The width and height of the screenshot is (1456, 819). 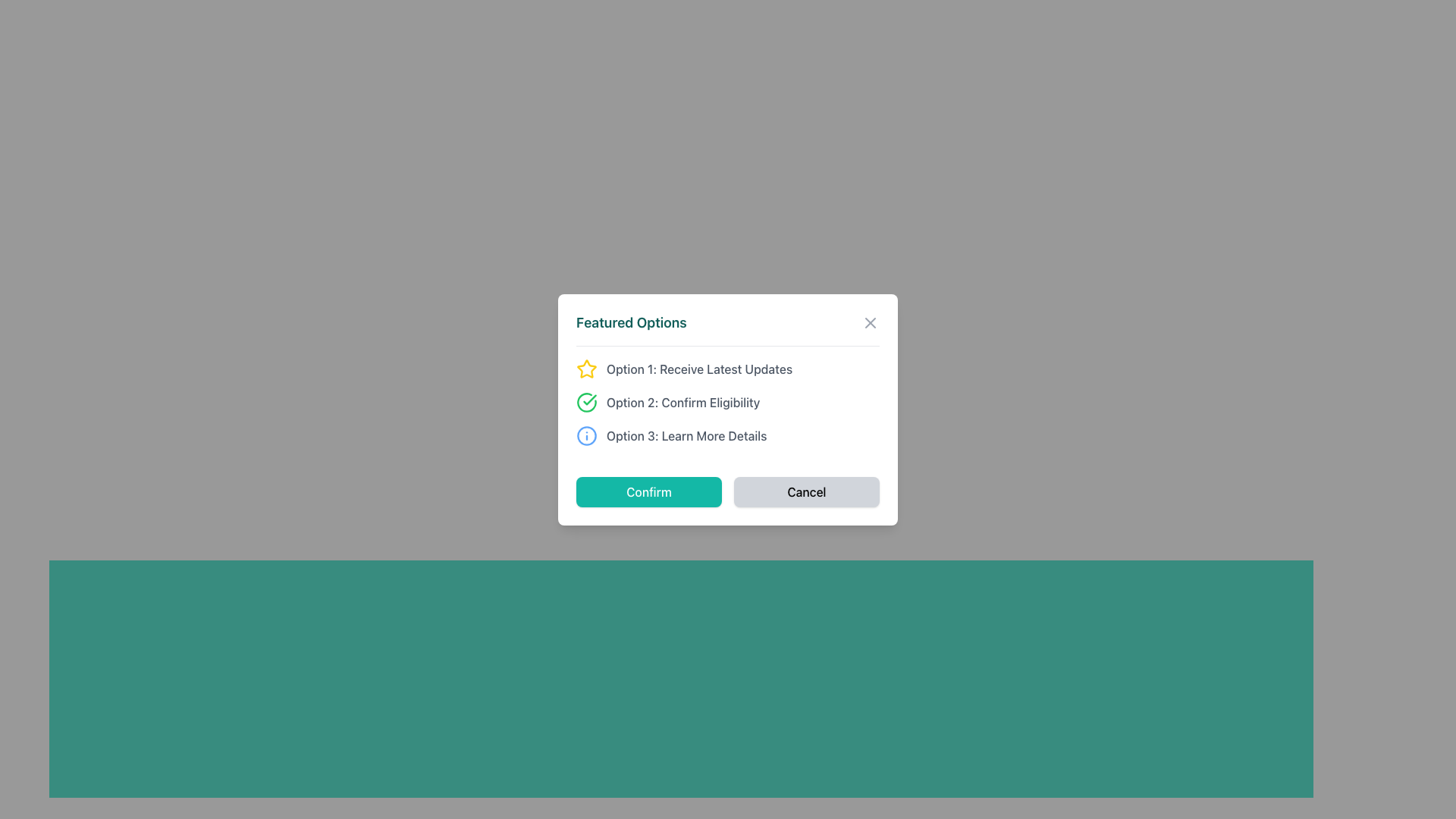 What do you see at coordinates (648, 491) in the screenshot?
I see `the confirmation button located on the left side of the modal dialog to confirm the user's current selection or action` at bounding box center [648, 491].